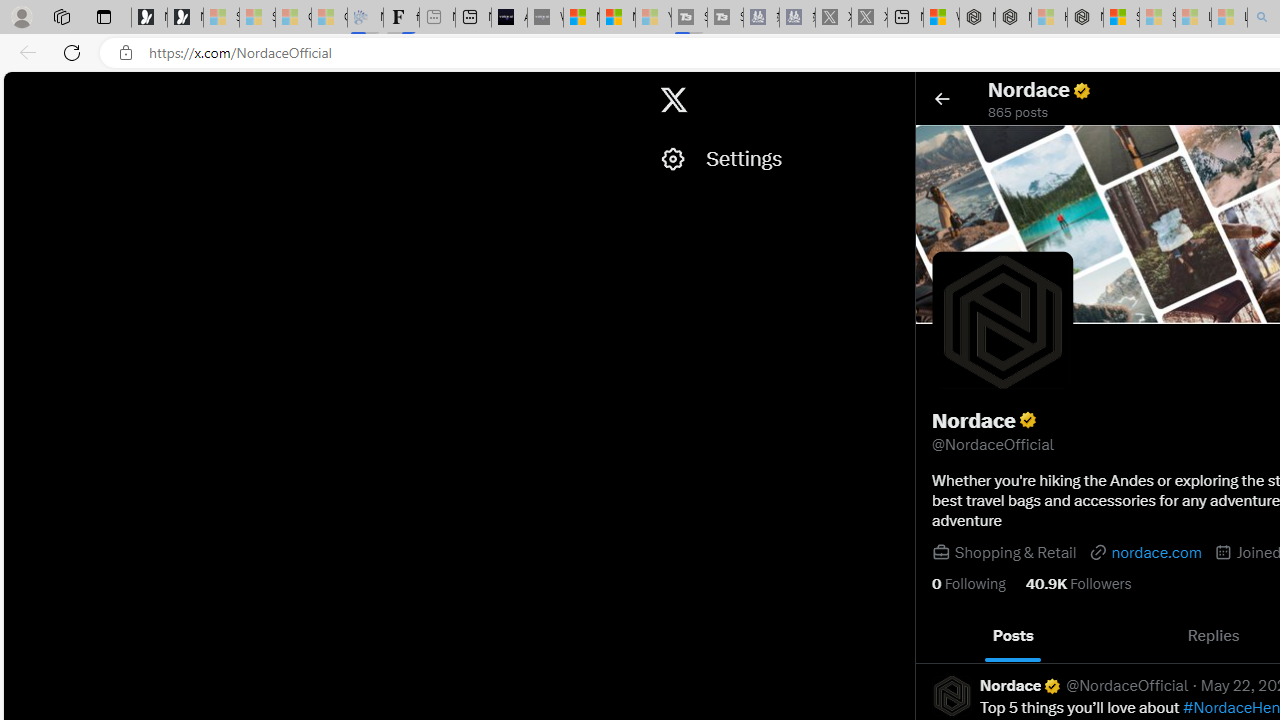  I want to click on '40.9K Followers', so click(1077, 583).